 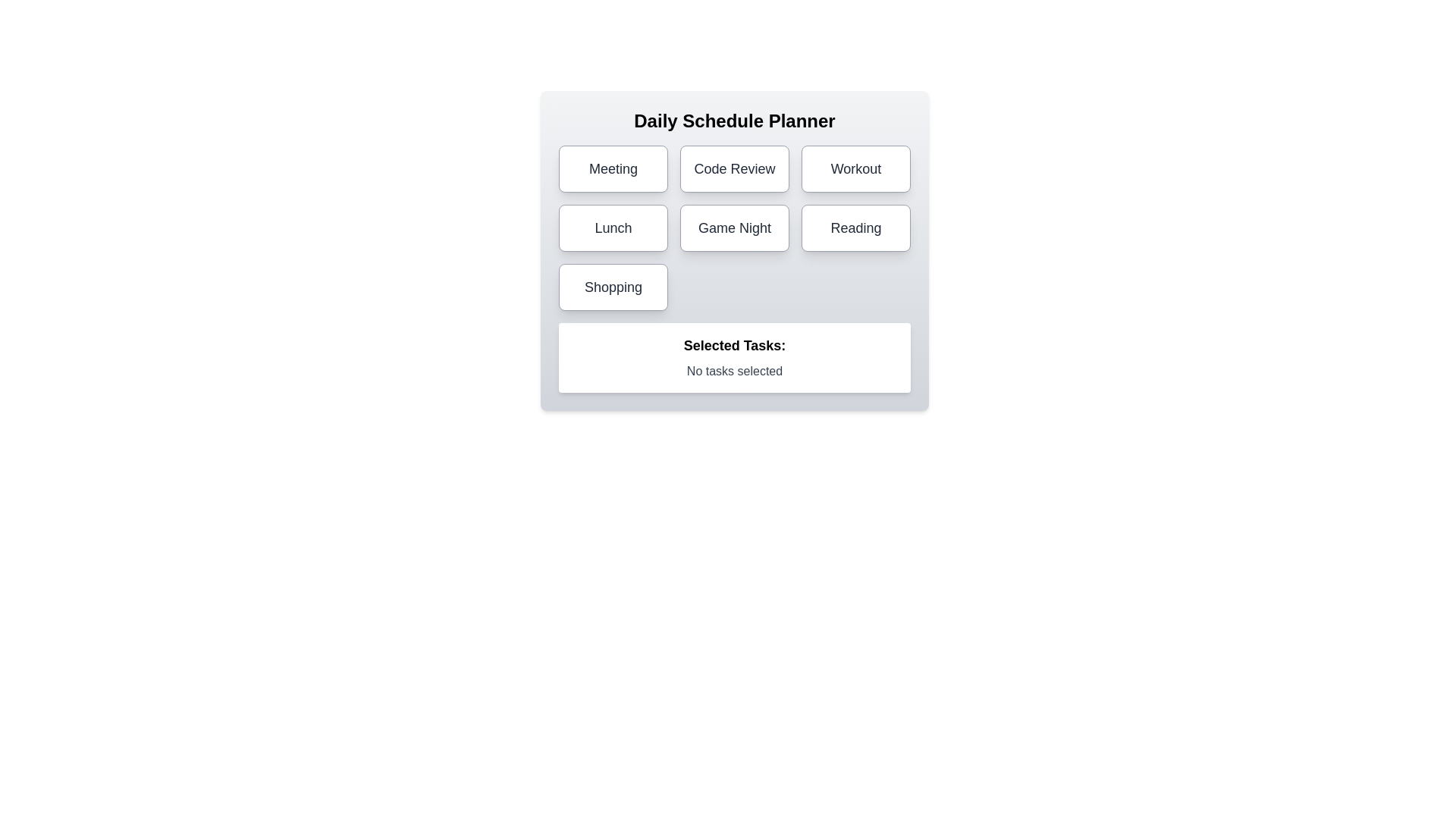 I want to click on the button corresponding to Game Night, so click(x=735, y=227).